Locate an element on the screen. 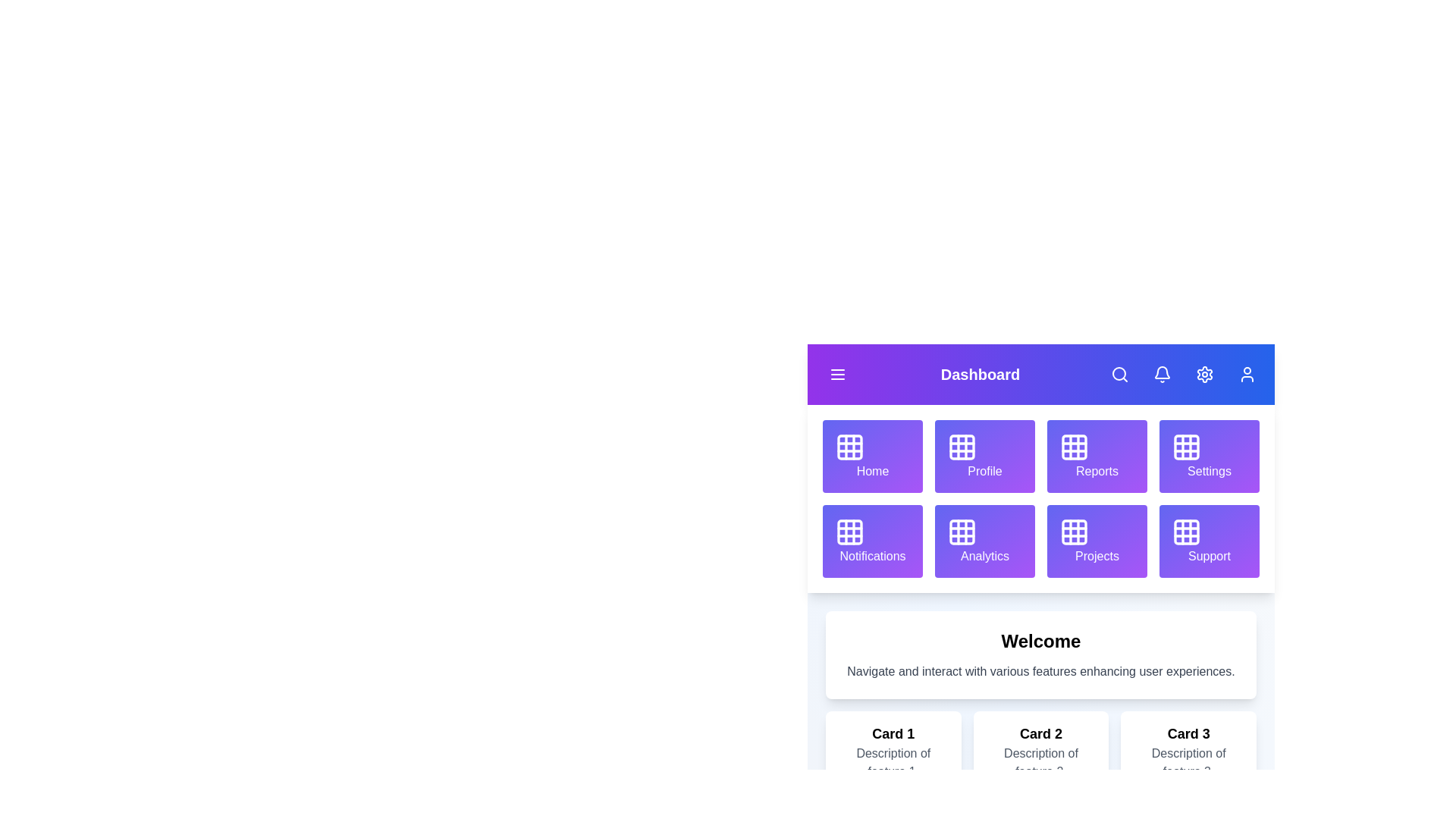 Image resolution: width=1456 pixels, height=819 pixels. the grid item labeled Notifications to navigate to its section is located at coordinates (873, 540).